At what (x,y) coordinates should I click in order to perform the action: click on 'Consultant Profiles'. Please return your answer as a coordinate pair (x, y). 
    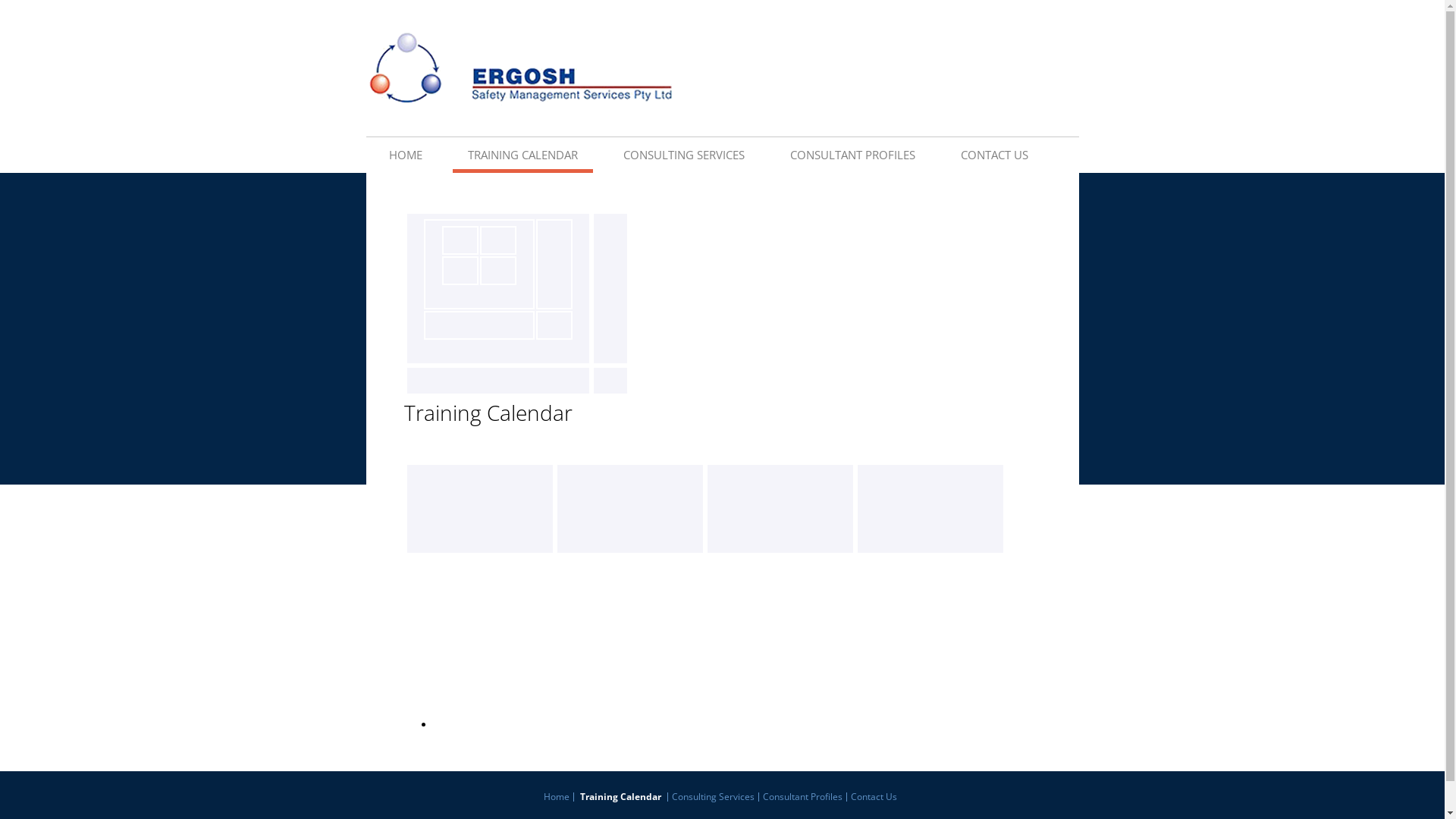
    Looking at the image, I should click on (759, 795).